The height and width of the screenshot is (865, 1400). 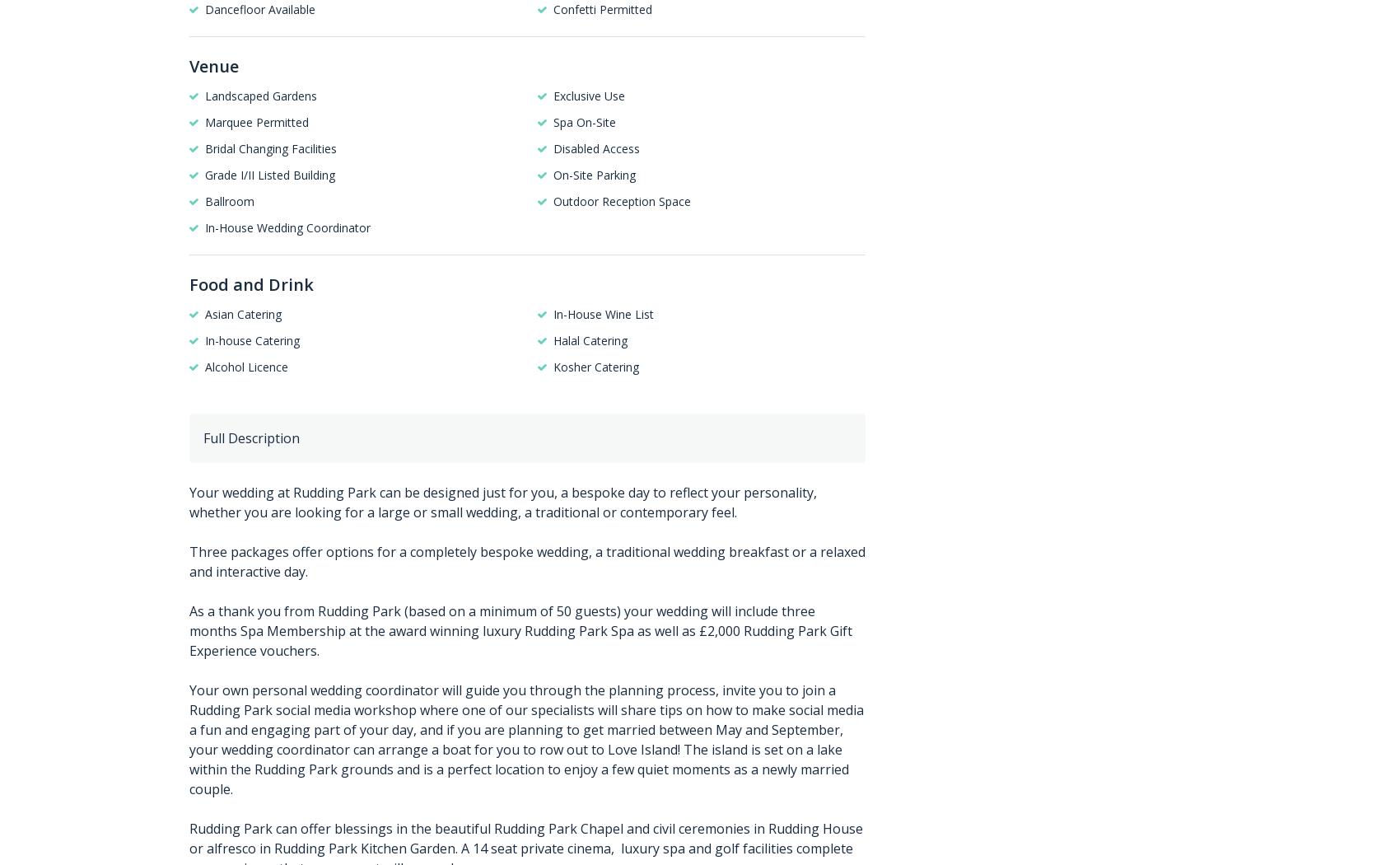 I want to click on 'Kosher Catering', so click(x=595, y=365).